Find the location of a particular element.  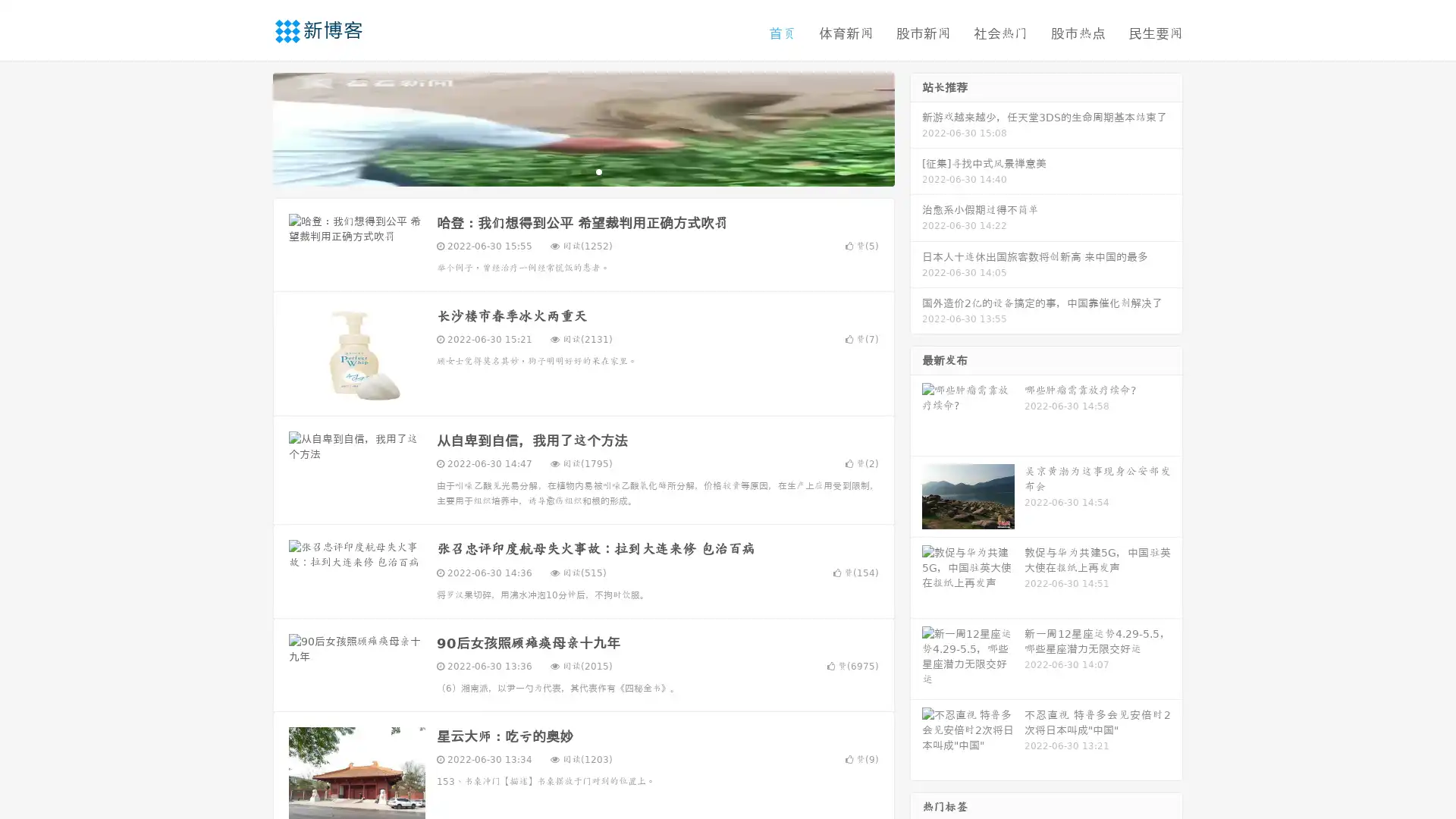

Next slide is located at coordinates (916, 127).